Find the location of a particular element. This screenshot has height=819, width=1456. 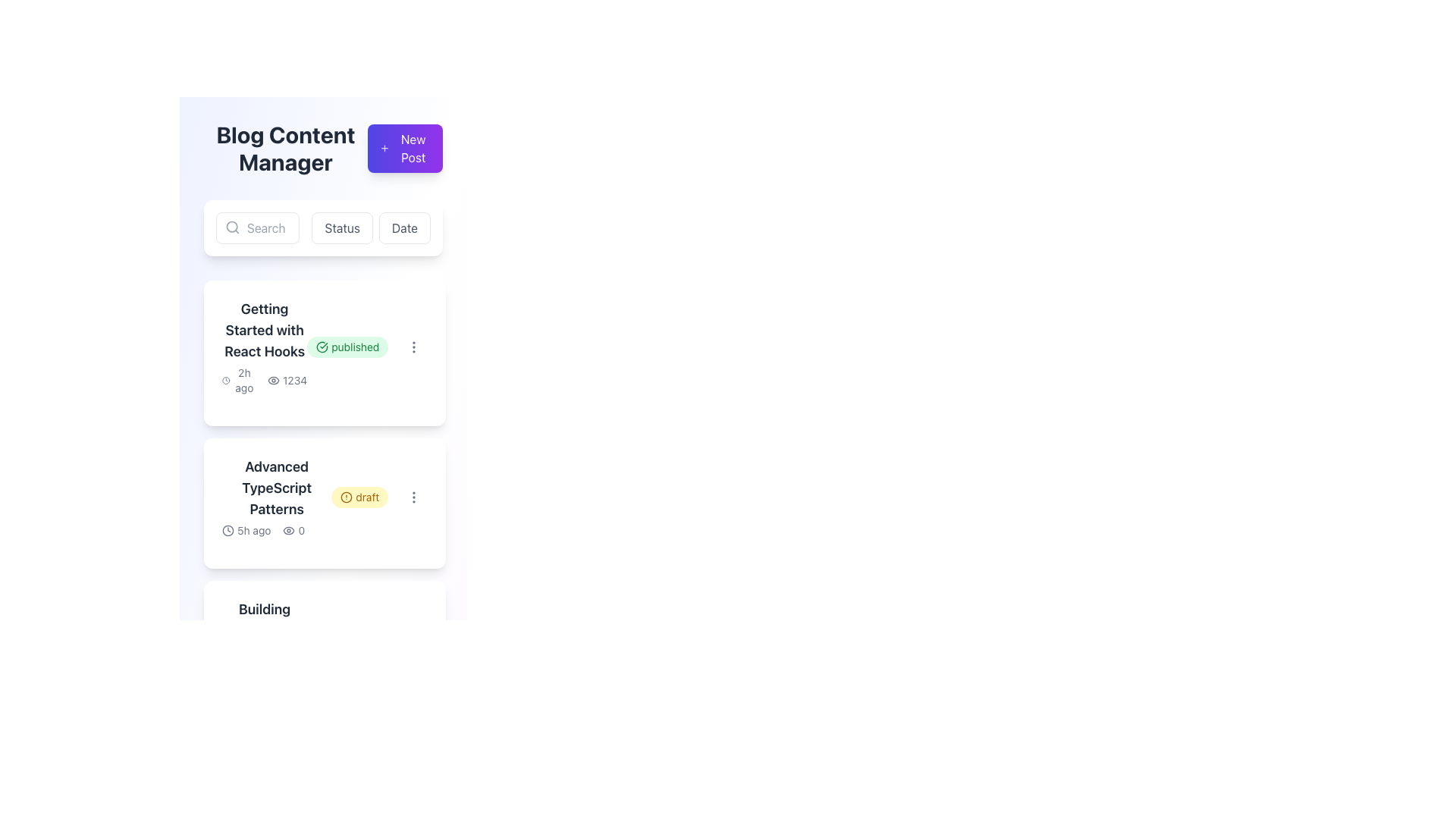

the multi-line textual content block displaying the title 'Getting Started with React Hooks' is located at coordinates (265, 347).